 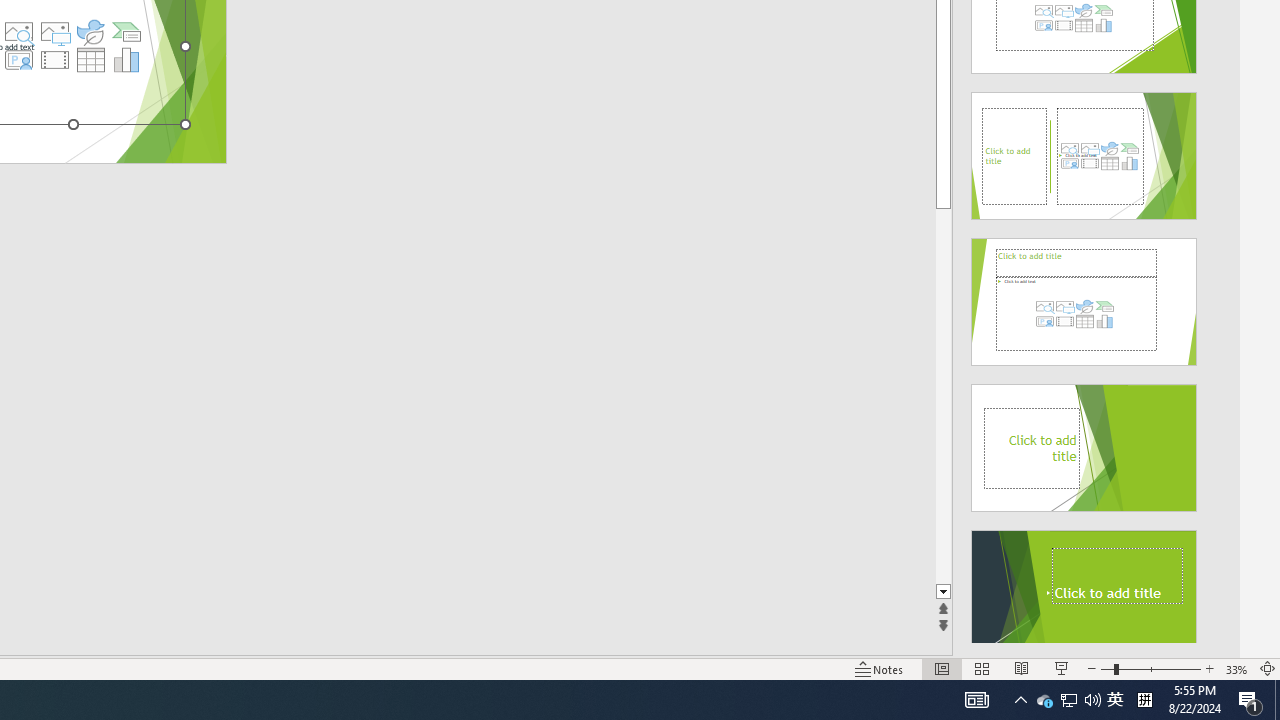 I want to click on 'Insert a SmartArt Graphic', so click(x=126, y=32).